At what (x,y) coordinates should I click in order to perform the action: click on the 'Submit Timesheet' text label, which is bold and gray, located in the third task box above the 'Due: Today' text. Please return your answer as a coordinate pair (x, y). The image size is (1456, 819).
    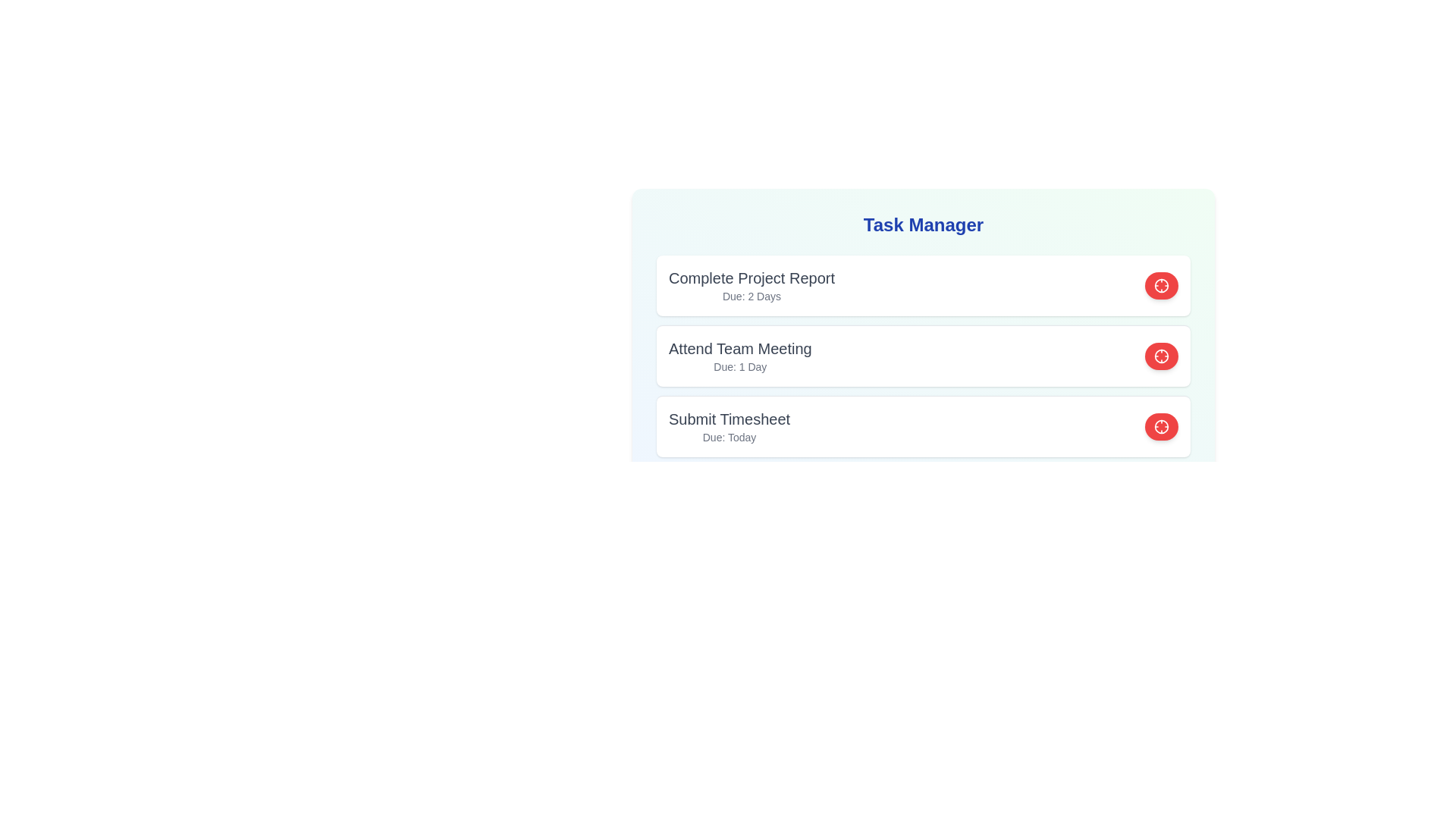
    Looking at the image, I should click on (730, 419).